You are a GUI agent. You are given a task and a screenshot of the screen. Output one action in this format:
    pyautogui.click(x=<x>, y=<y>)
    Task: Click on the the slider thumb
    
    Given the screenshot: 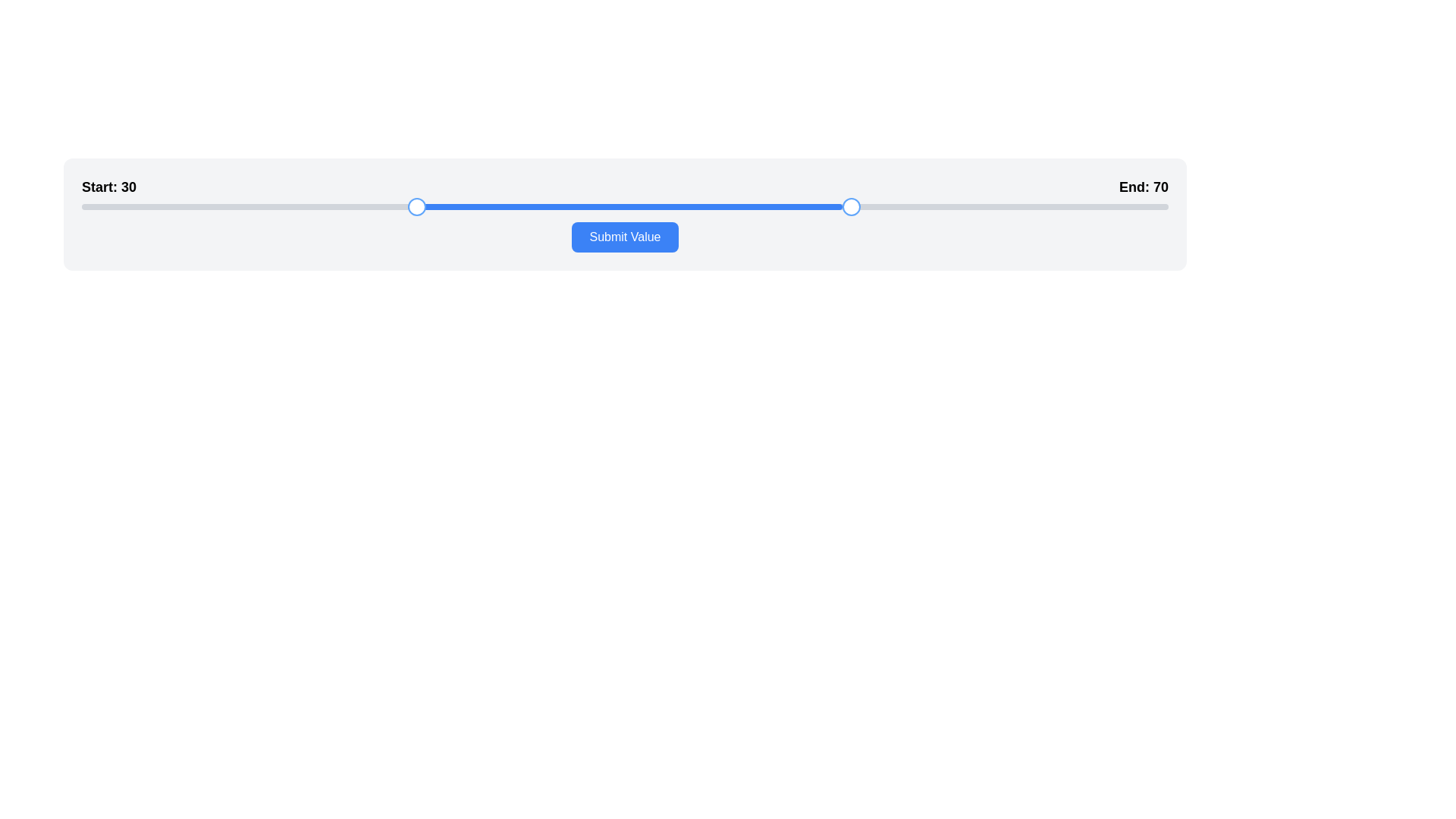 What is the action you would take?
    pyautogui.click(x=767, y=207)
    